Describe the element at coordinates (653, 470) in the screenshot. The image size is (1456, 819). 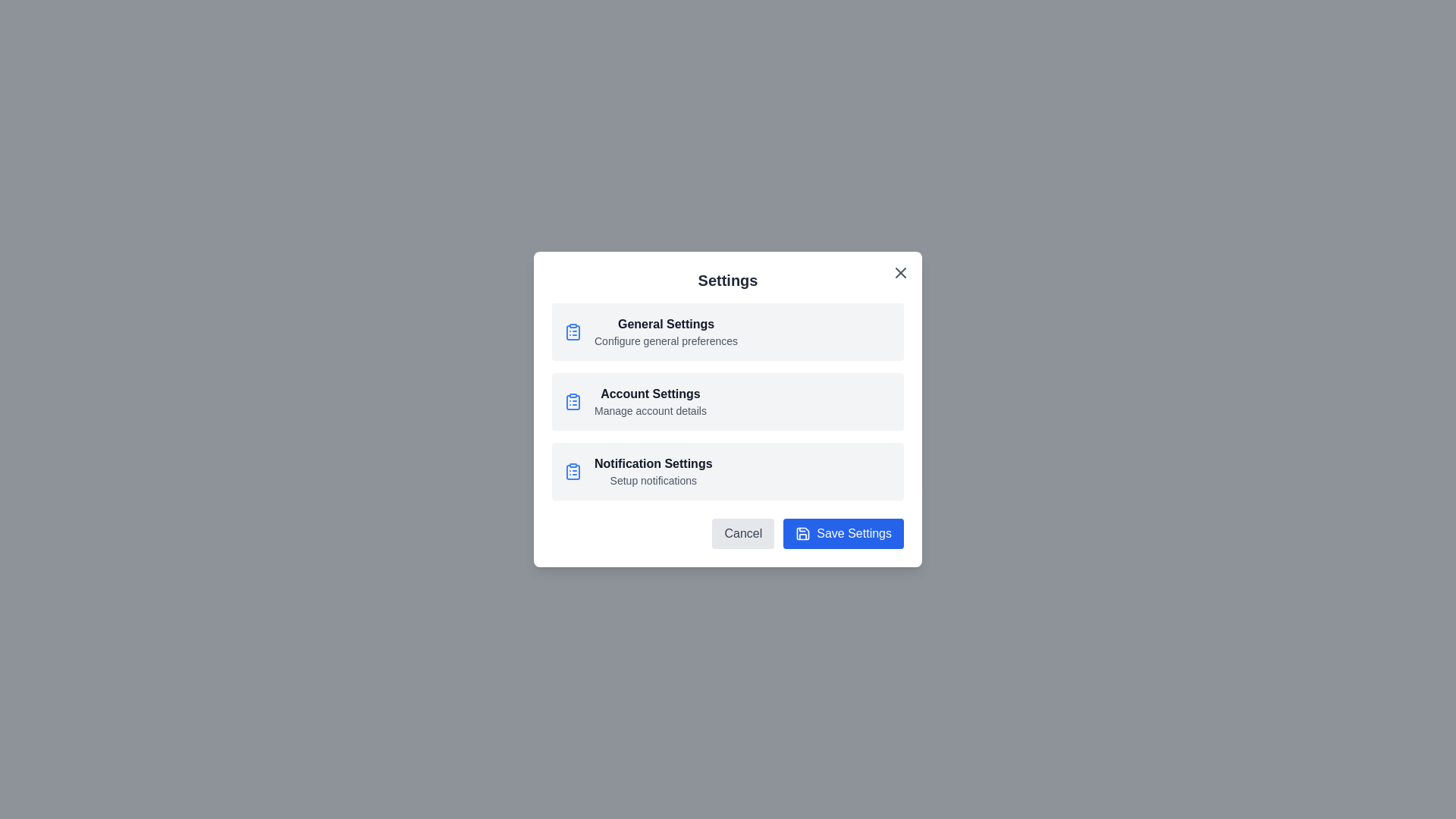
I see `the static text panel that describes the configuration section for notification settings, which is the third option in a vertical list of settings options` at that location.